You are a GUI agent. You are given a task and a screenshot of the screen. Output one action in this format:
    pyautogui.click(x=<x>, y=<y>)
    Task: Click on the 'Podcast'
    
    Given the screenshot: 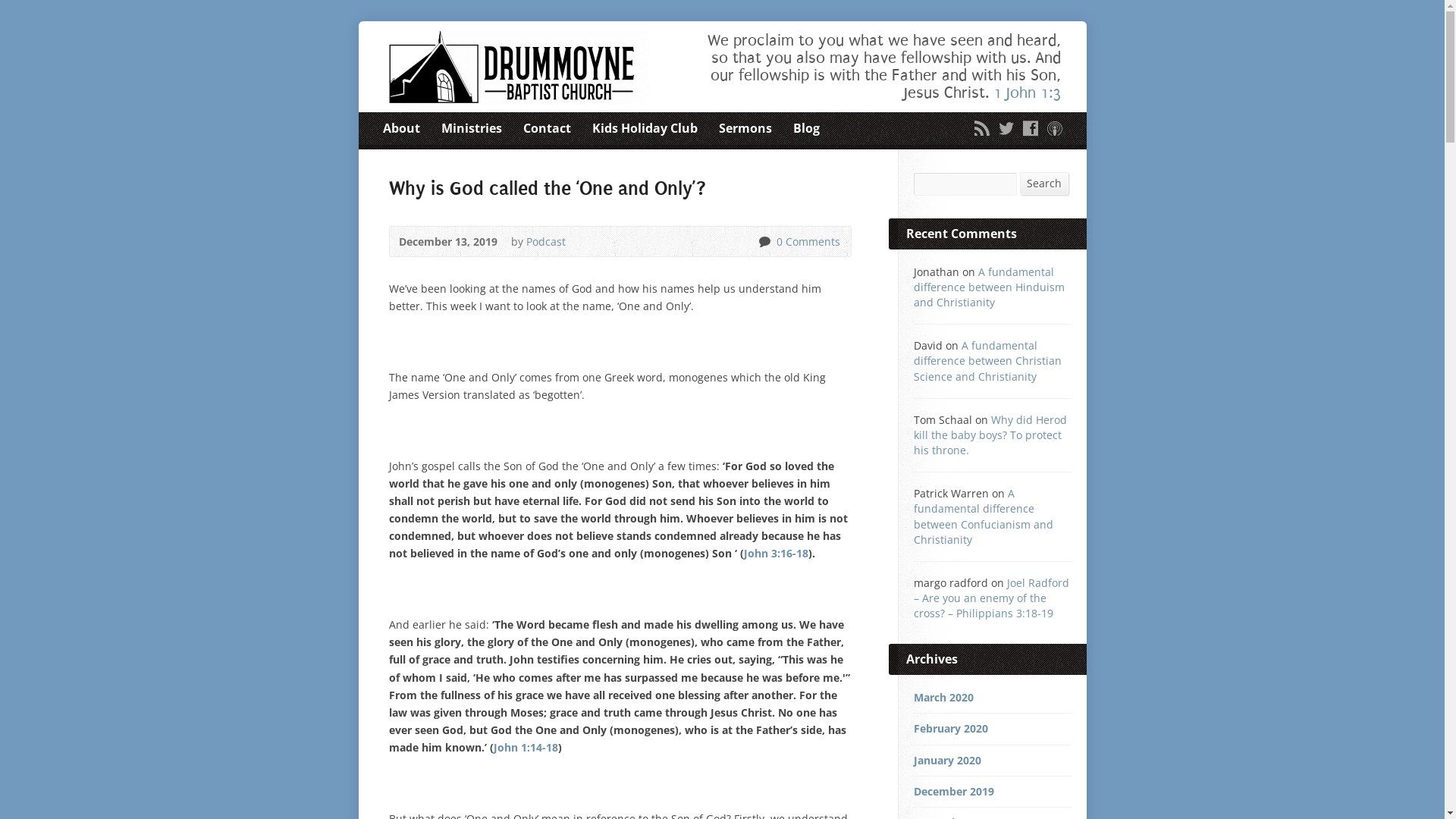 What is the action you would take?
    pyautogui.click(x=1053, y=127)
    